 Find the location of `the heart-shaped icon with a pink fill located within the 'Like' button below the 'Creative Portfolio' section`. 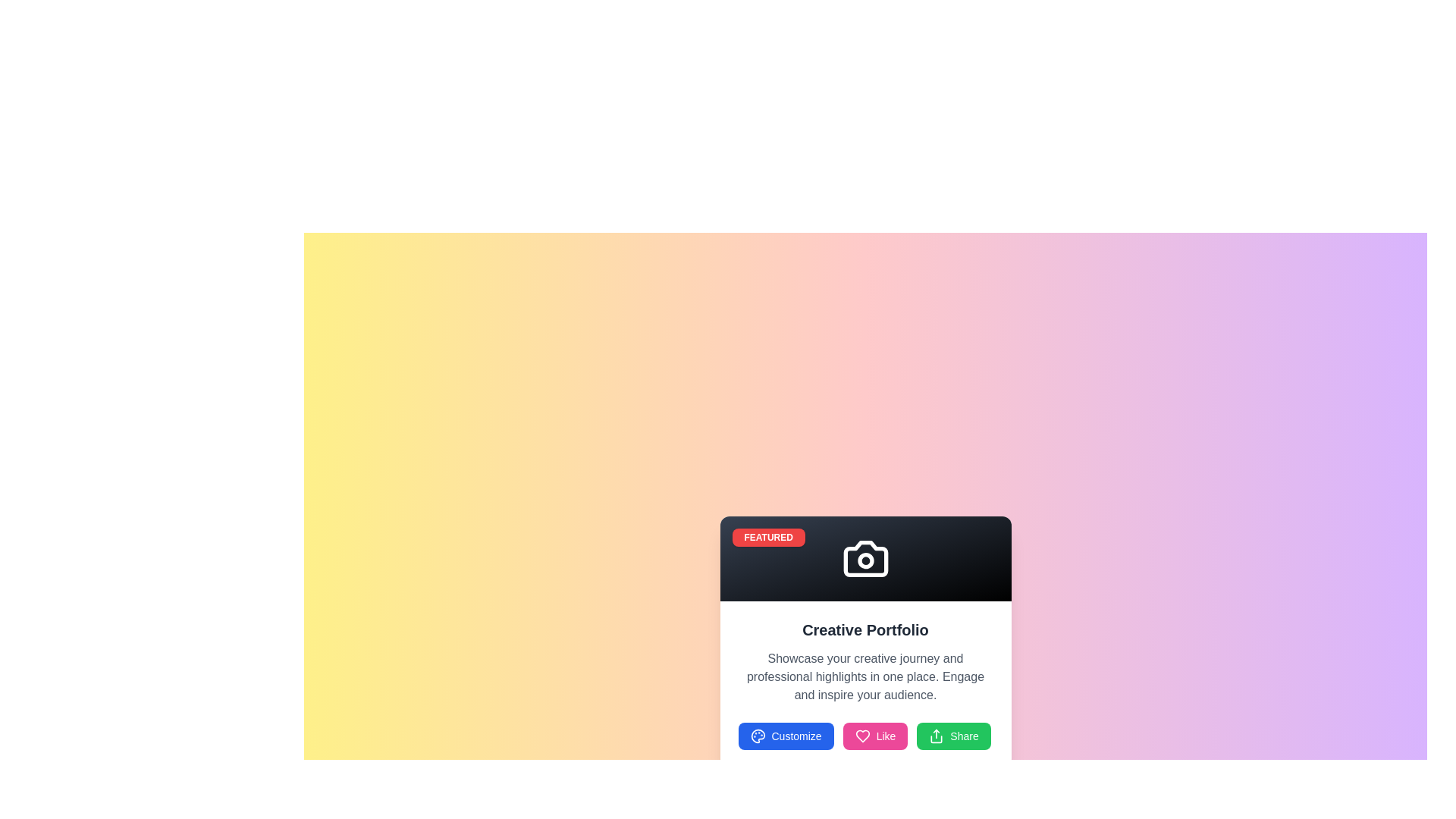

the heart-shaped icon with a pink fill located within the 'Like' button below the 'Creative Portfolio' section is located at coordinates (862, 736).